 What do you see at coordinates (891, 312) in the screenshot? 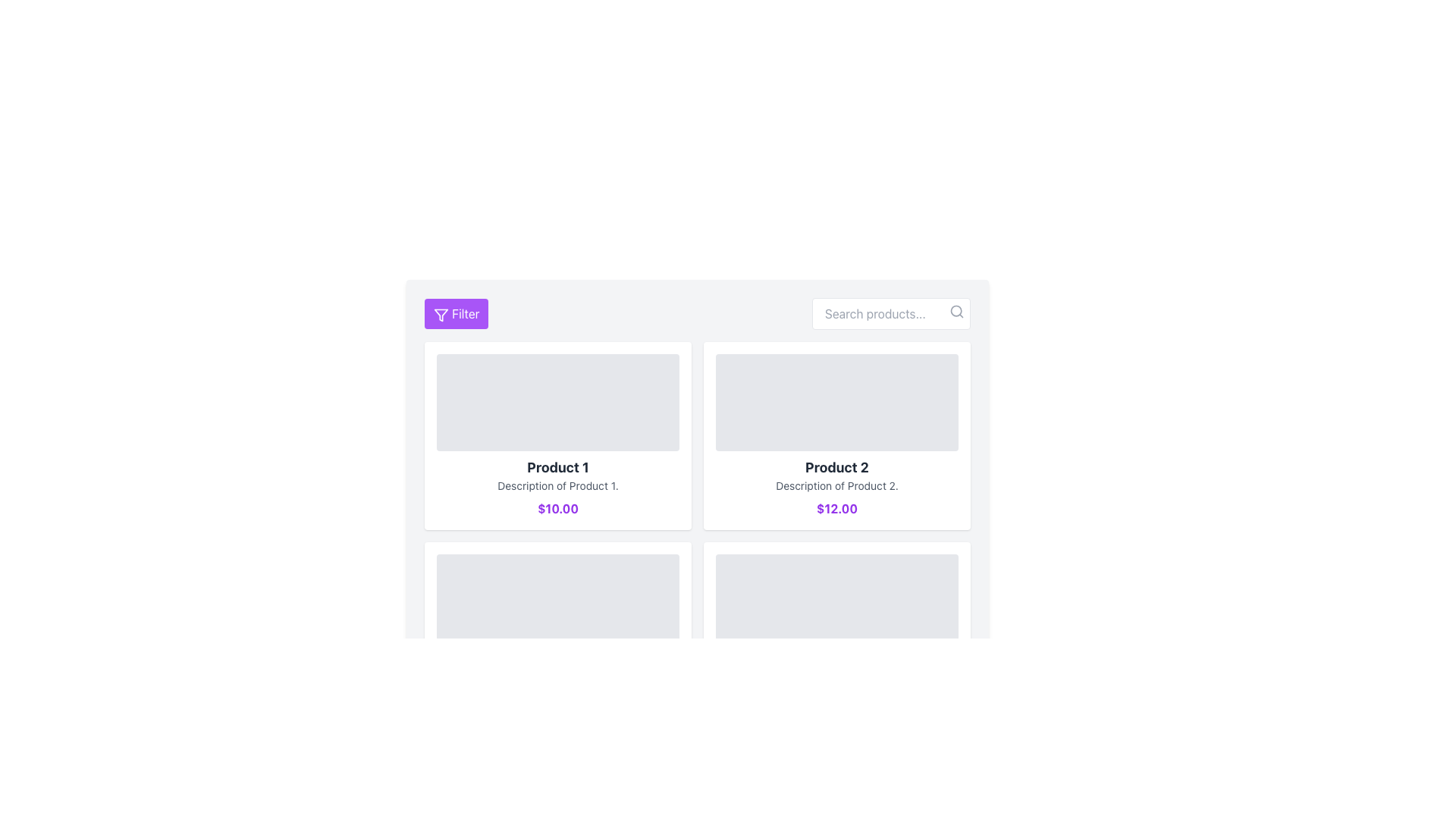
I see `the search input field with placeholder text 'Search products...' to focus and type in it` at bounding box center [891, 312].